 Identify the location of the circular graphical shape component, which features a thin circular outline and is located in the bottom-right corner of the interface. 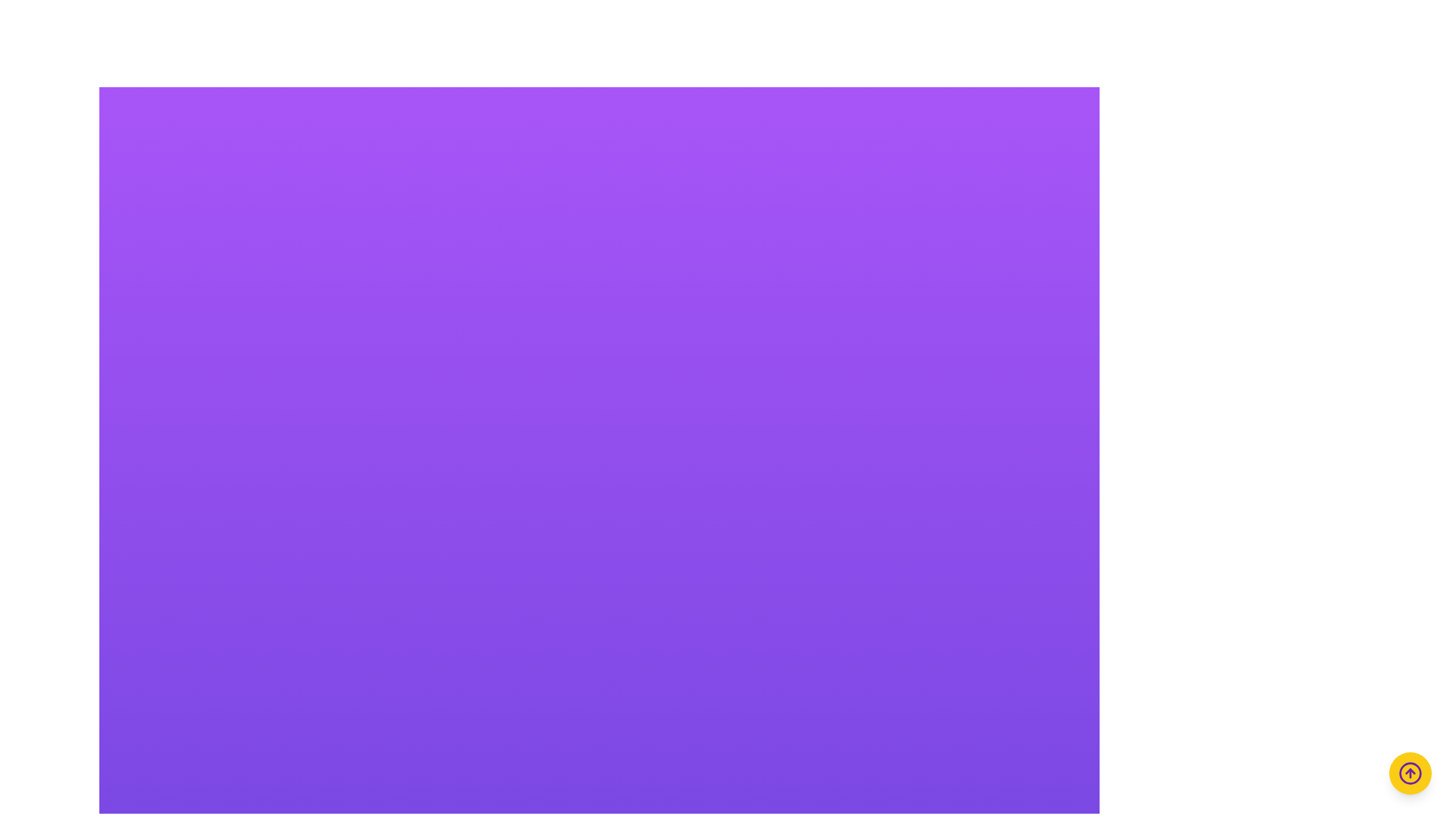
(1410, 773).